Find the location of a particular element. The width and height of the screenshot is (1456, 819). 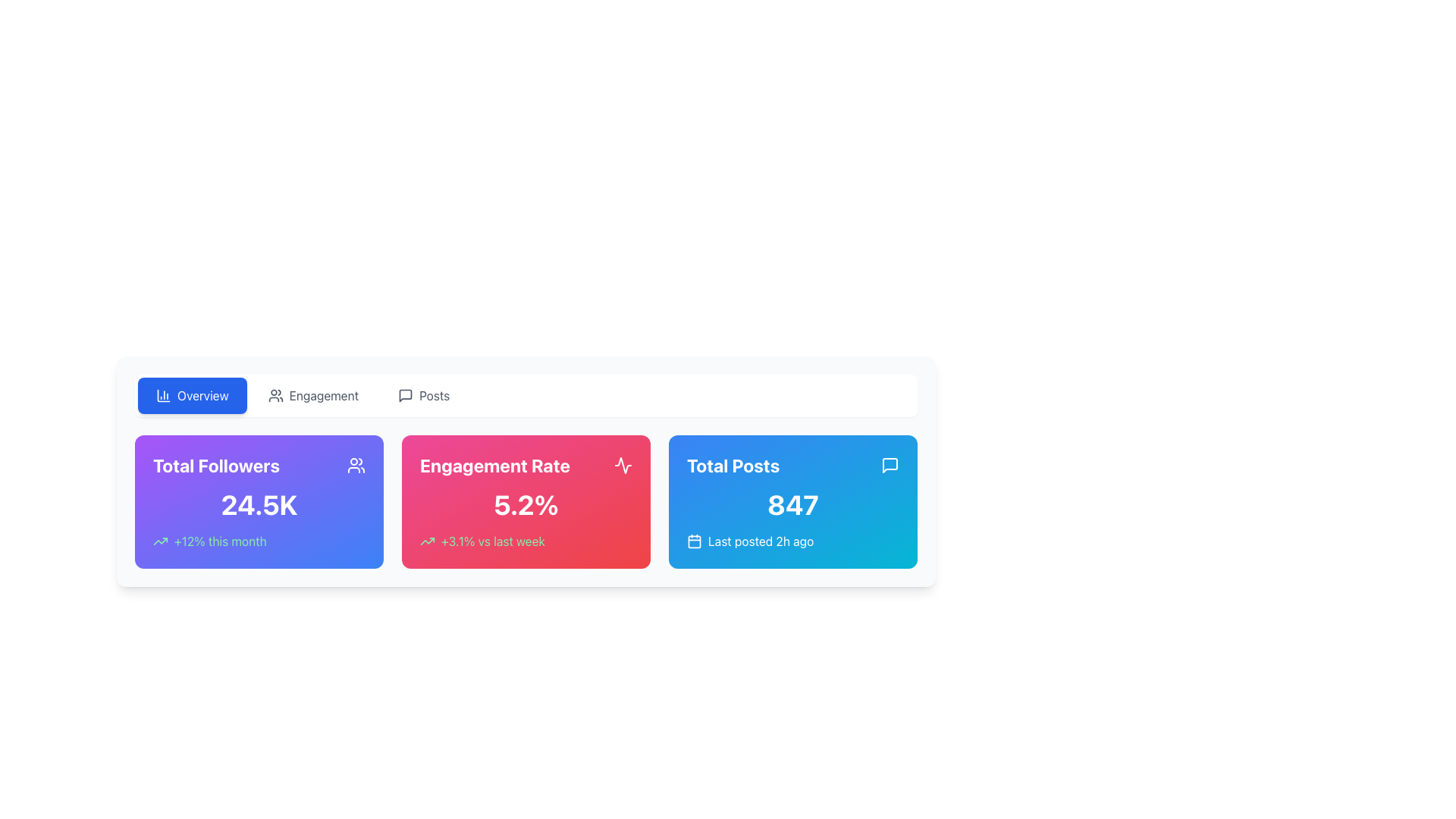

the 'Posts' button, which is the third button in a group of horizontally aligned buttons is located at coordinates (424, 394).